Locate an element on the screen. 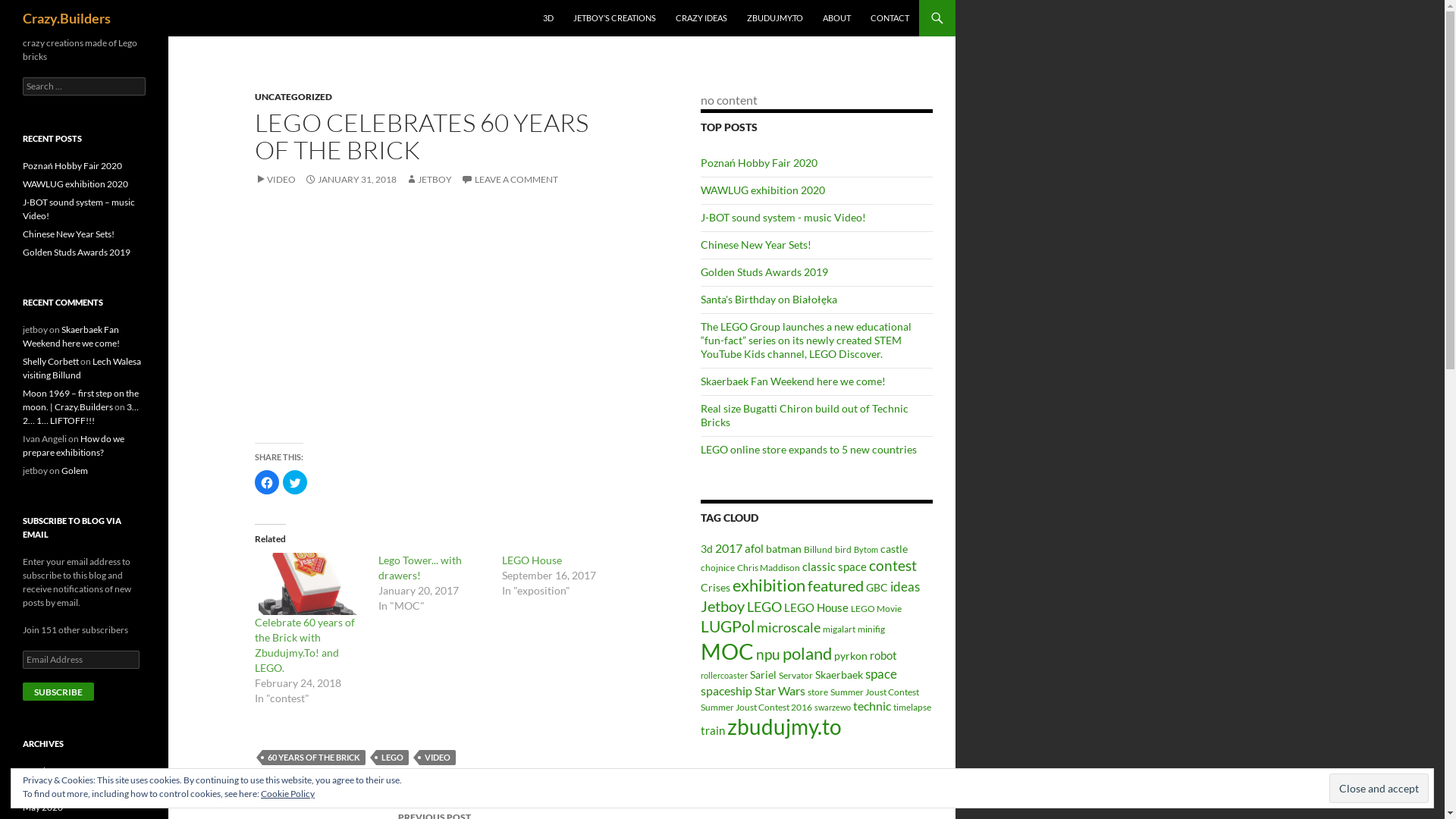 This screenshot has width=1456, height=819. 'zbudujmy.to' is located at coordinates (784, 726).